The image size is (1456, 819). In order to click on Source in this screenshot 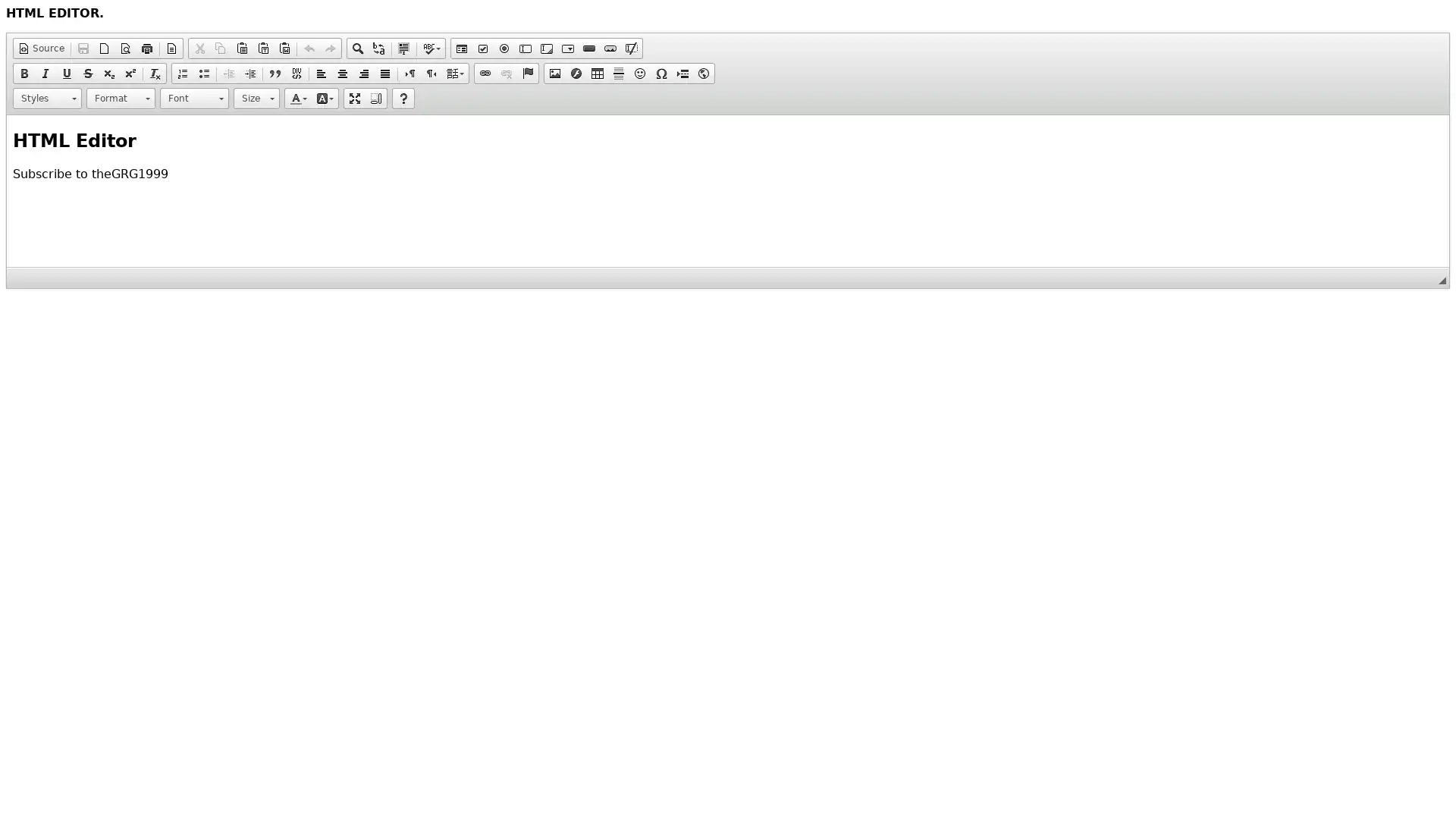, I will do `click(41, 48)`.